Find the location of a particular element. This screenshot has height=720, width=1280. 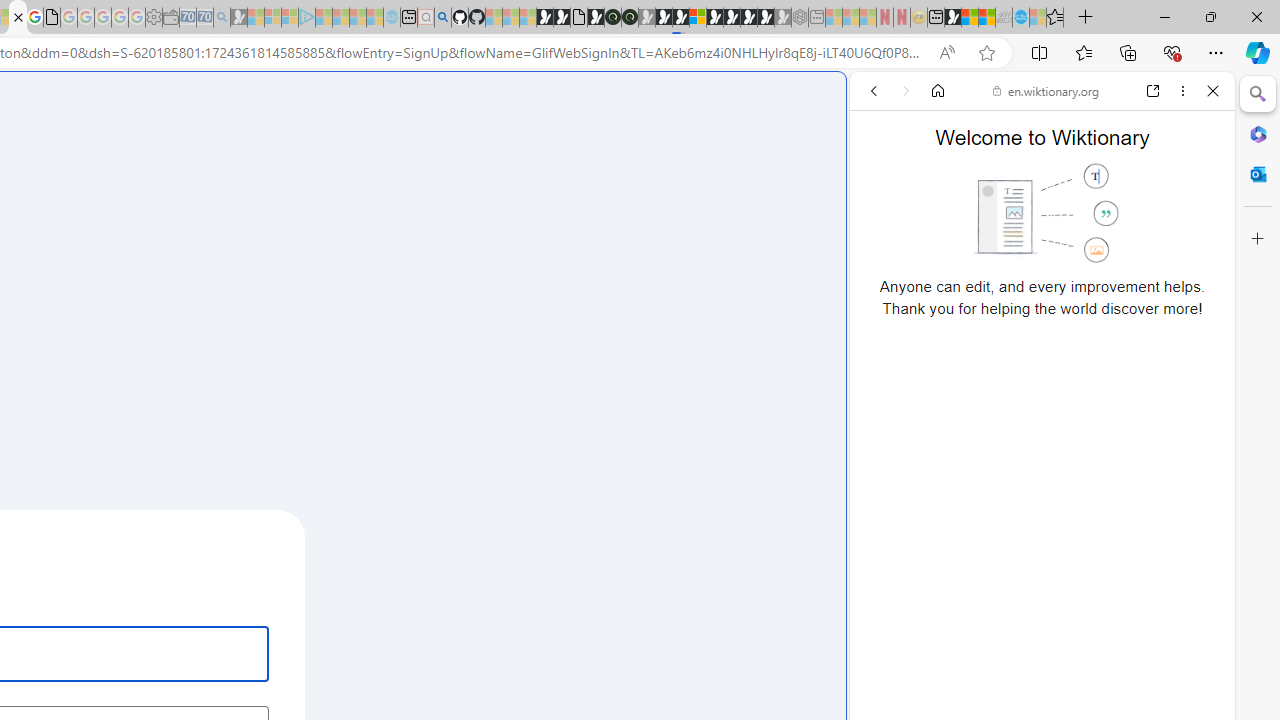

'Tabs you' is located at coordinates (276, 265).